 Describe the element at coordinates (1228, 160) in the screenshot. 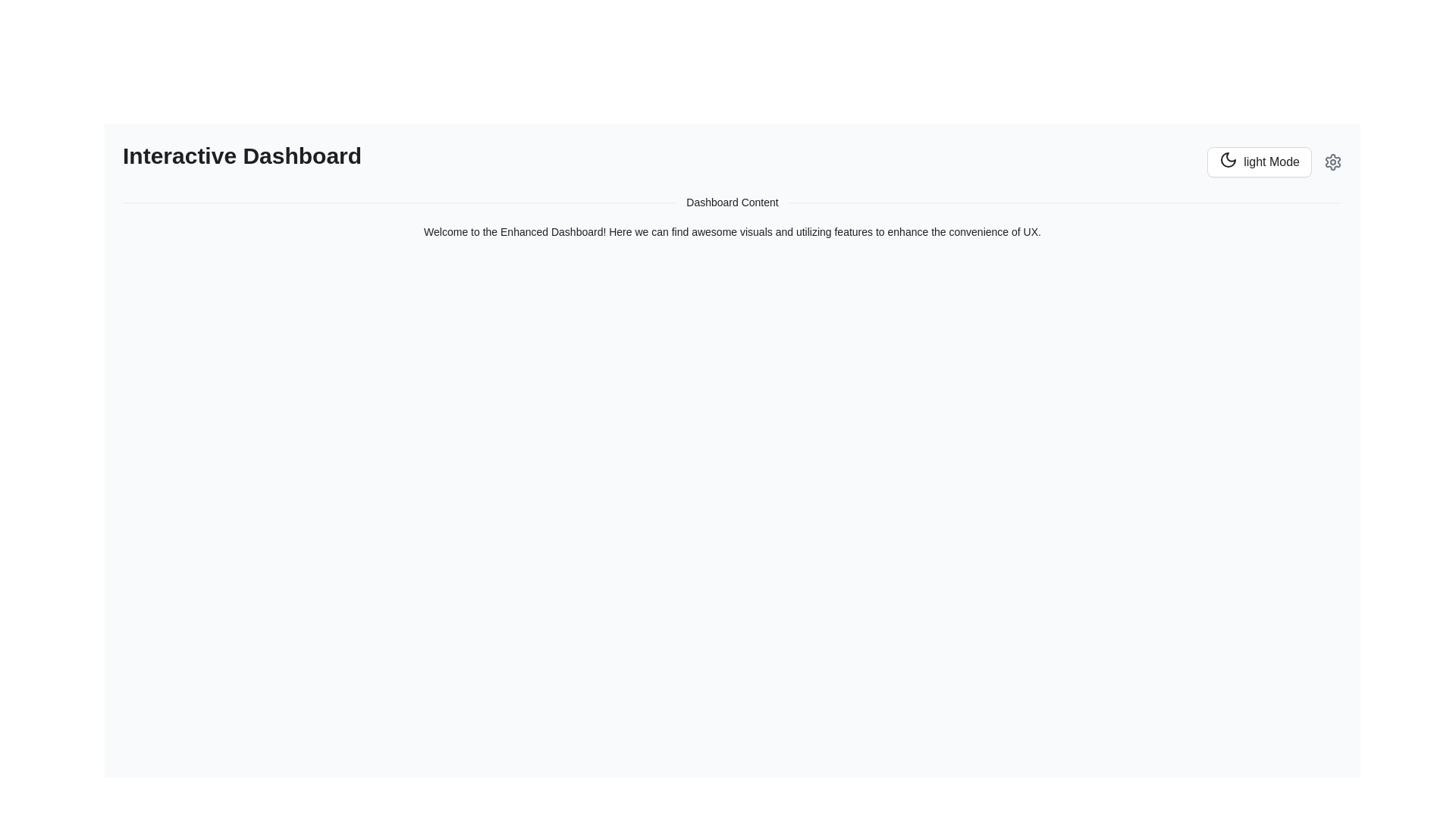

I see `the crescent moon icon located at the top-right corner of the interface next` at that location.